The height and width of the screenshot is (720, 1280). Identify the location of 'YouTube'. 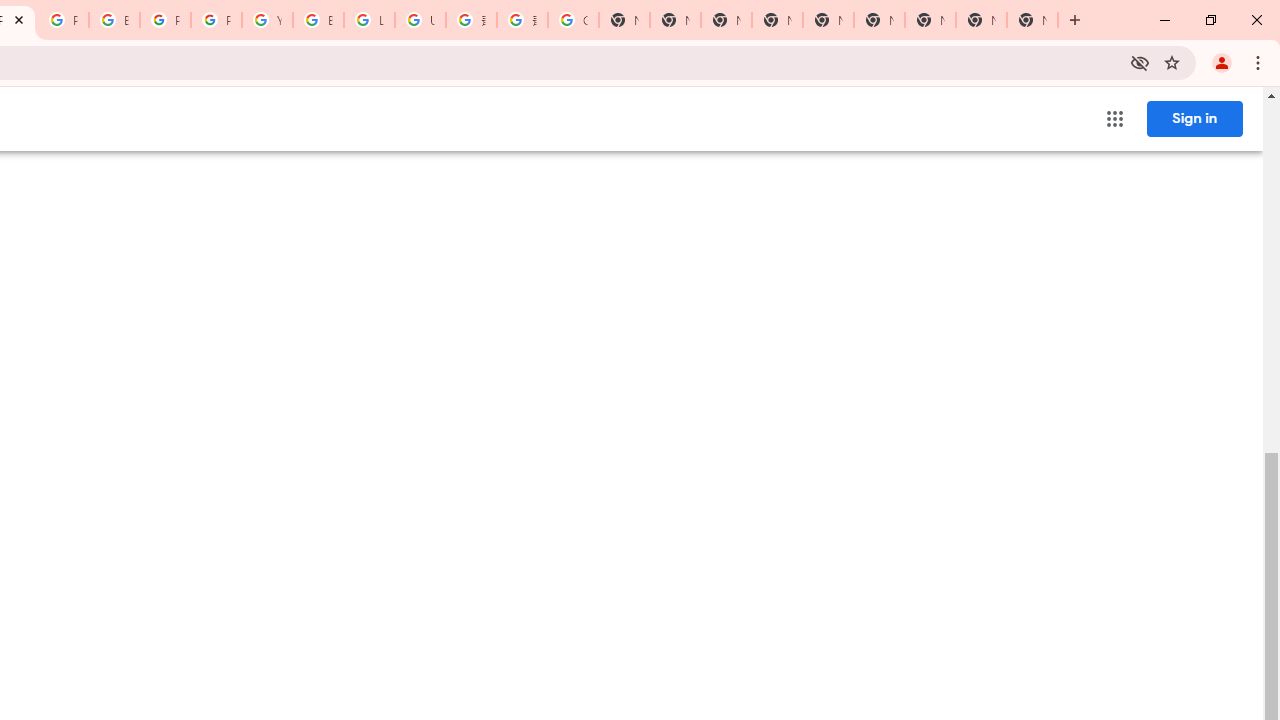
(266, 20).